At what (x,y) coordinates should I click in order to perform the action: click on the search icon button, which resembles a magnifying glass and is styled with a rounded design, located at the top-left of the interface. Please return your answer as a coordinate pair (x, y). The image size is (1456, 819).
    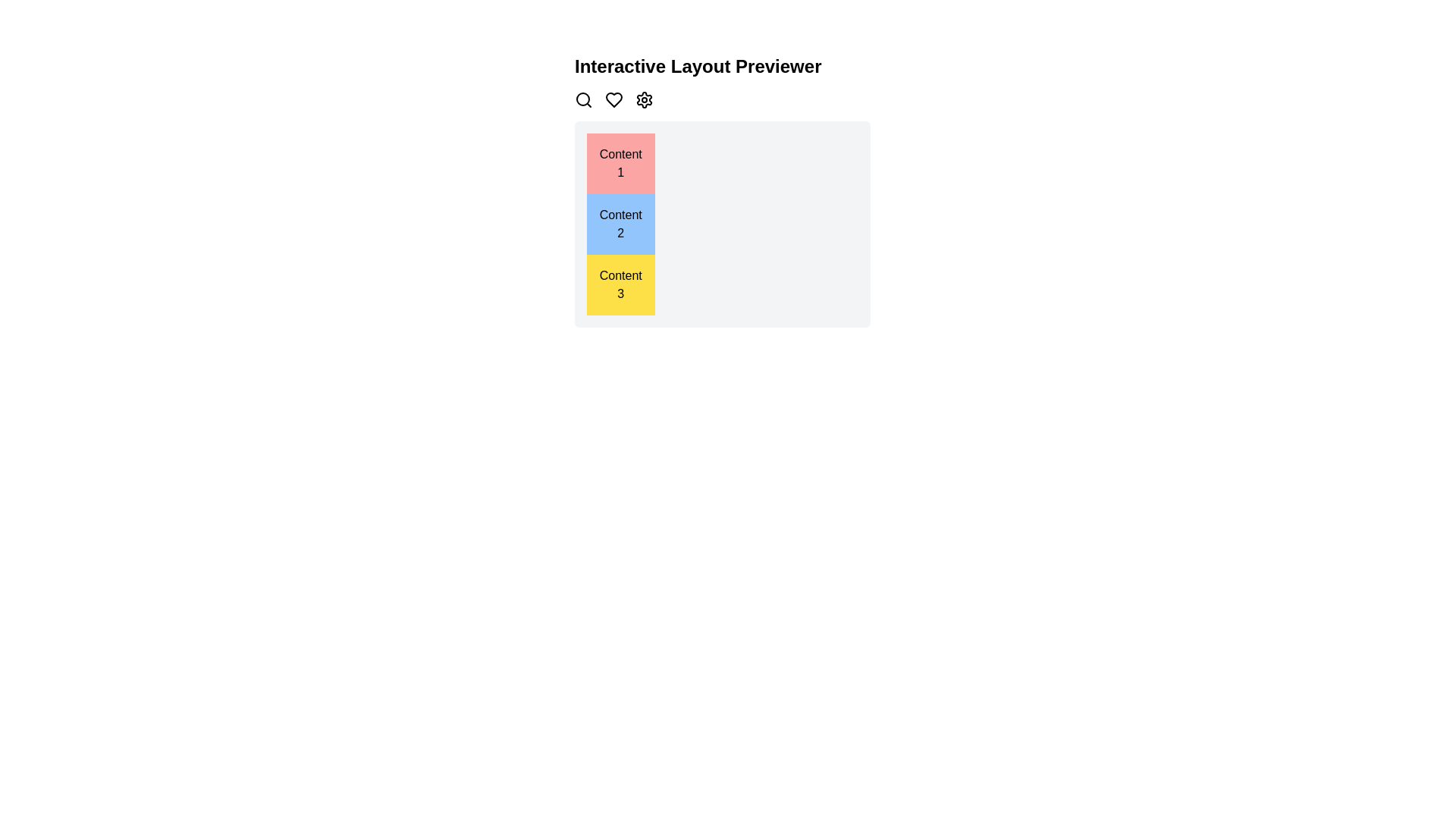
    Looking at the image, I should click on (582, 99).